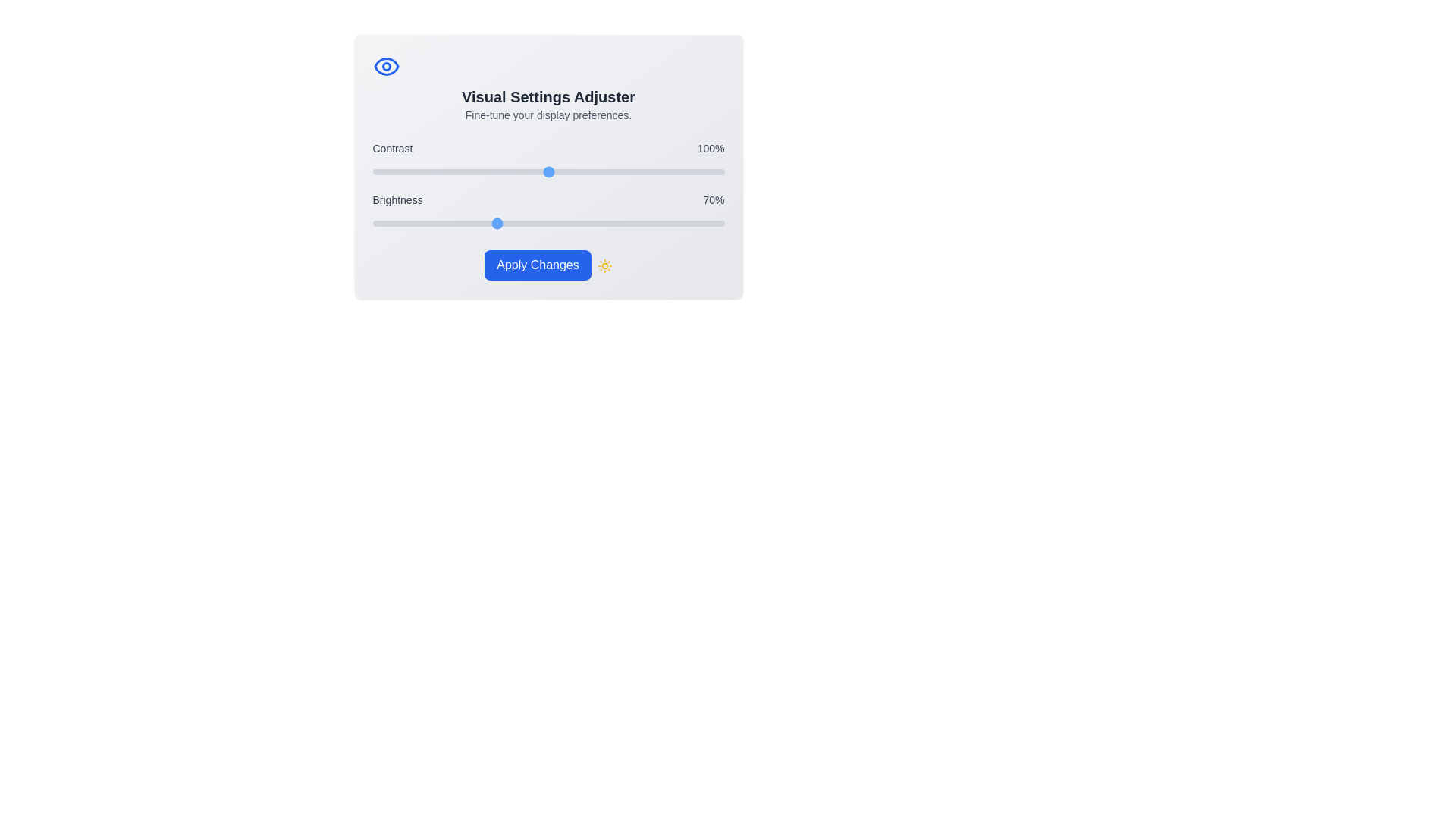 This screenshot has width=1456, height=819. I want to click on the 'Contrast' slider to 38% by dragging the slider to the corresponding position, so click(438, 171).